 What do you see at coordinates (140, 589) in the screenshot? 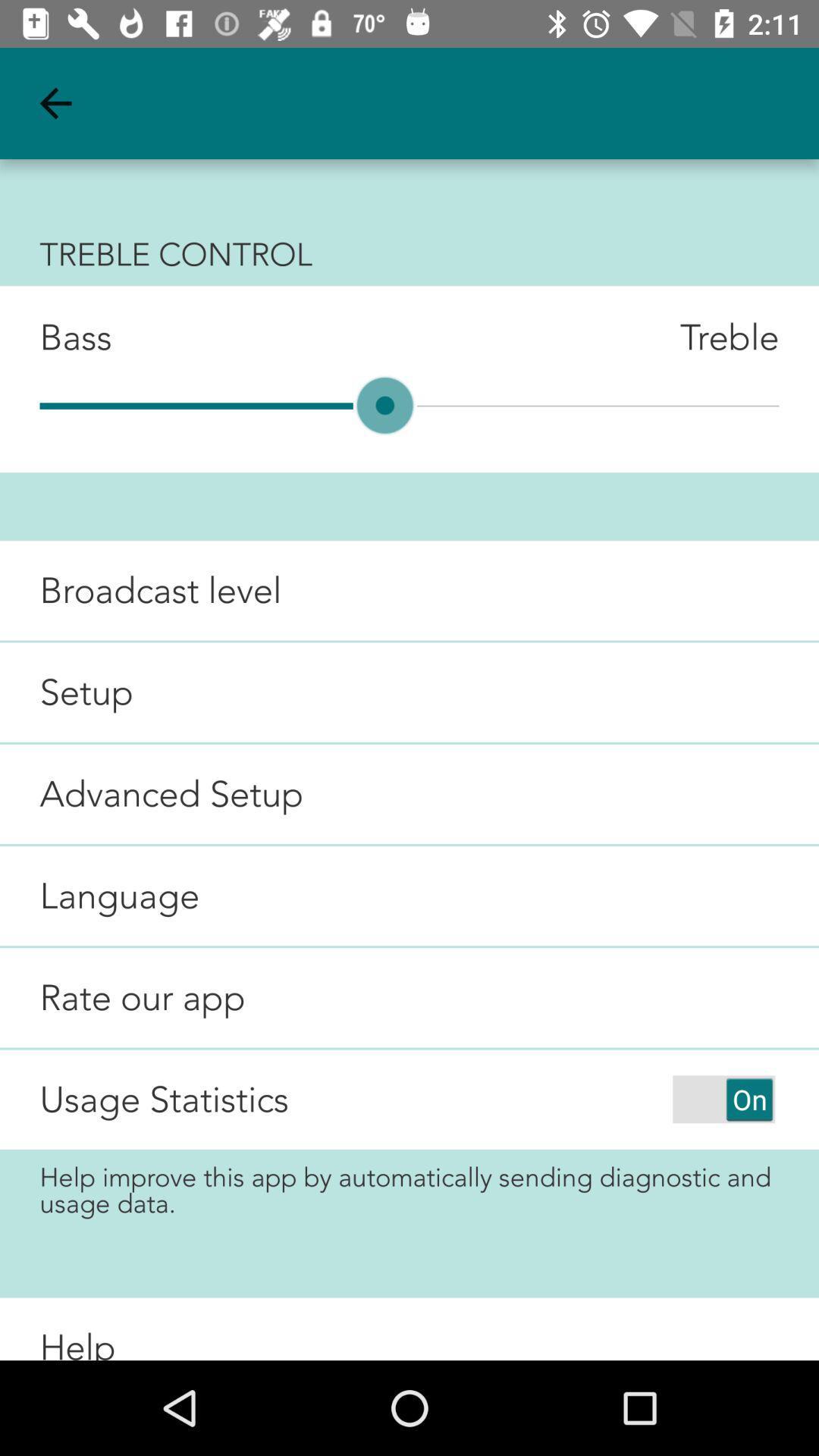
I see `broadcast level icon` at bounding box center [140, 589].